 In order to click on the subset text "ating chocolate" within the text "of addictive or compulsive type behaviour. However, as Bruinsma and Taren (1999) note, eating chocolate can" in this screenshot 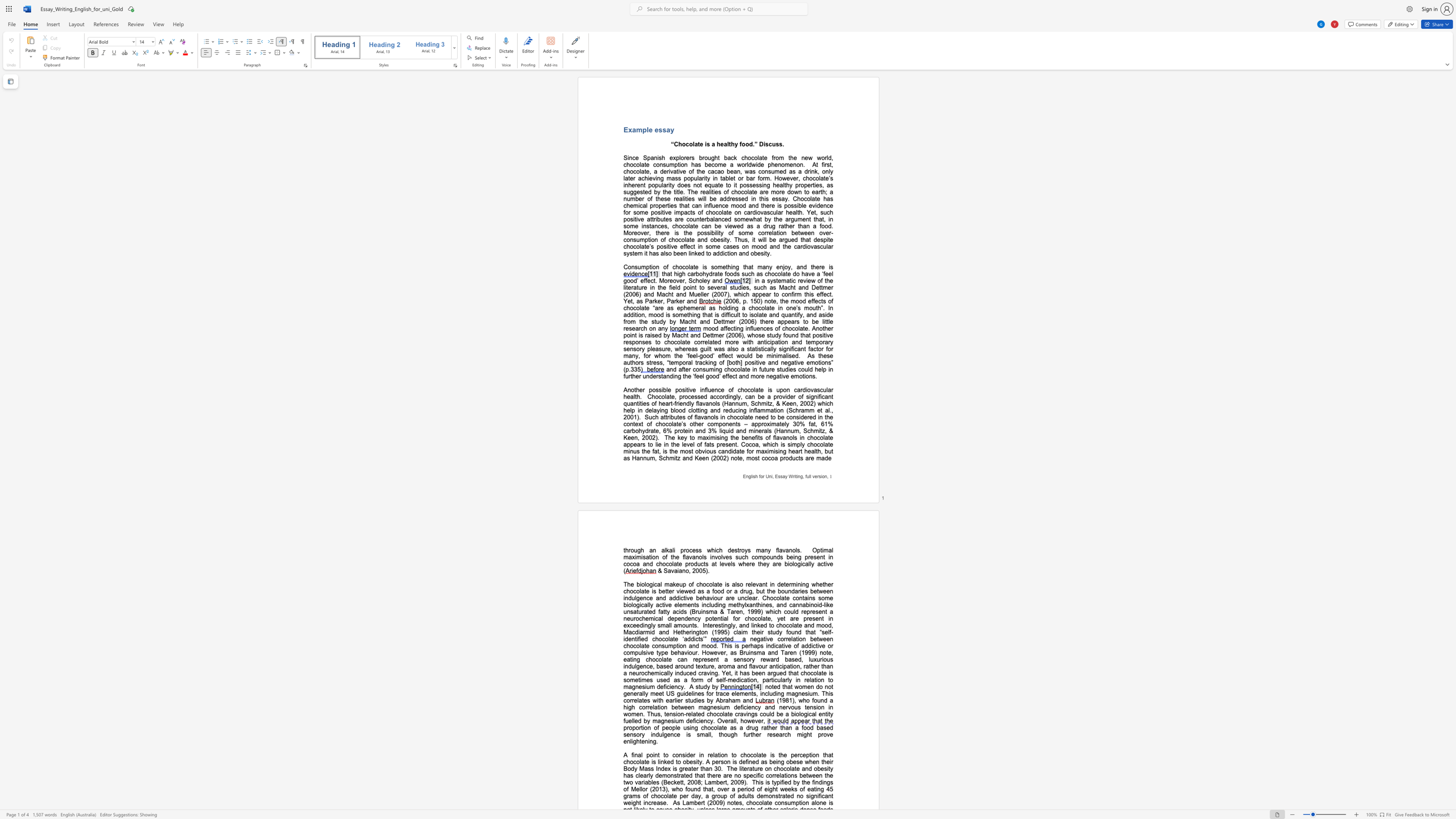, I will do `click(626, 659)`.